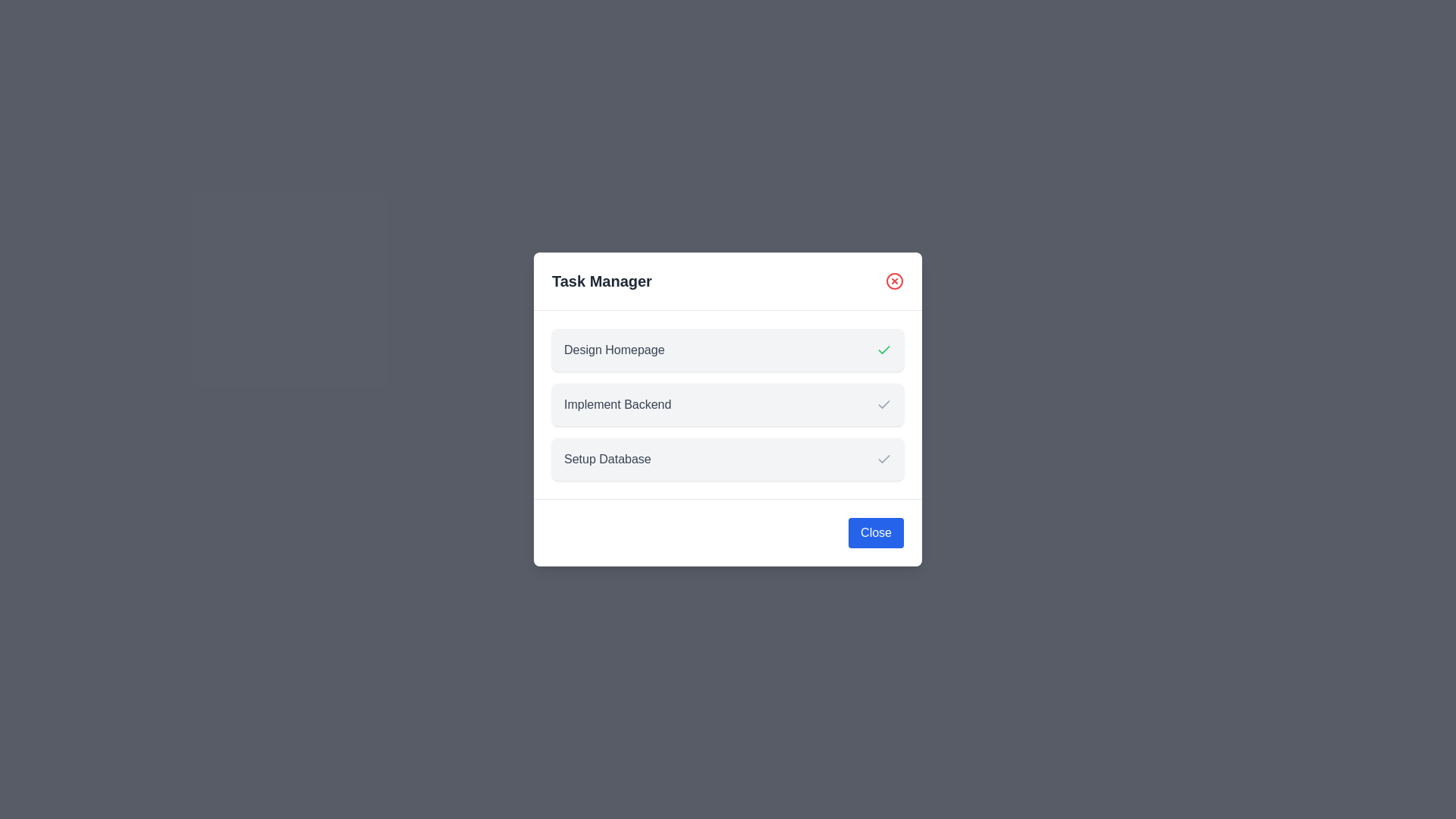 The image size is (1456, 819). I want to click on the 'Close' button at the bottom of the dialog, so click(876, 532).